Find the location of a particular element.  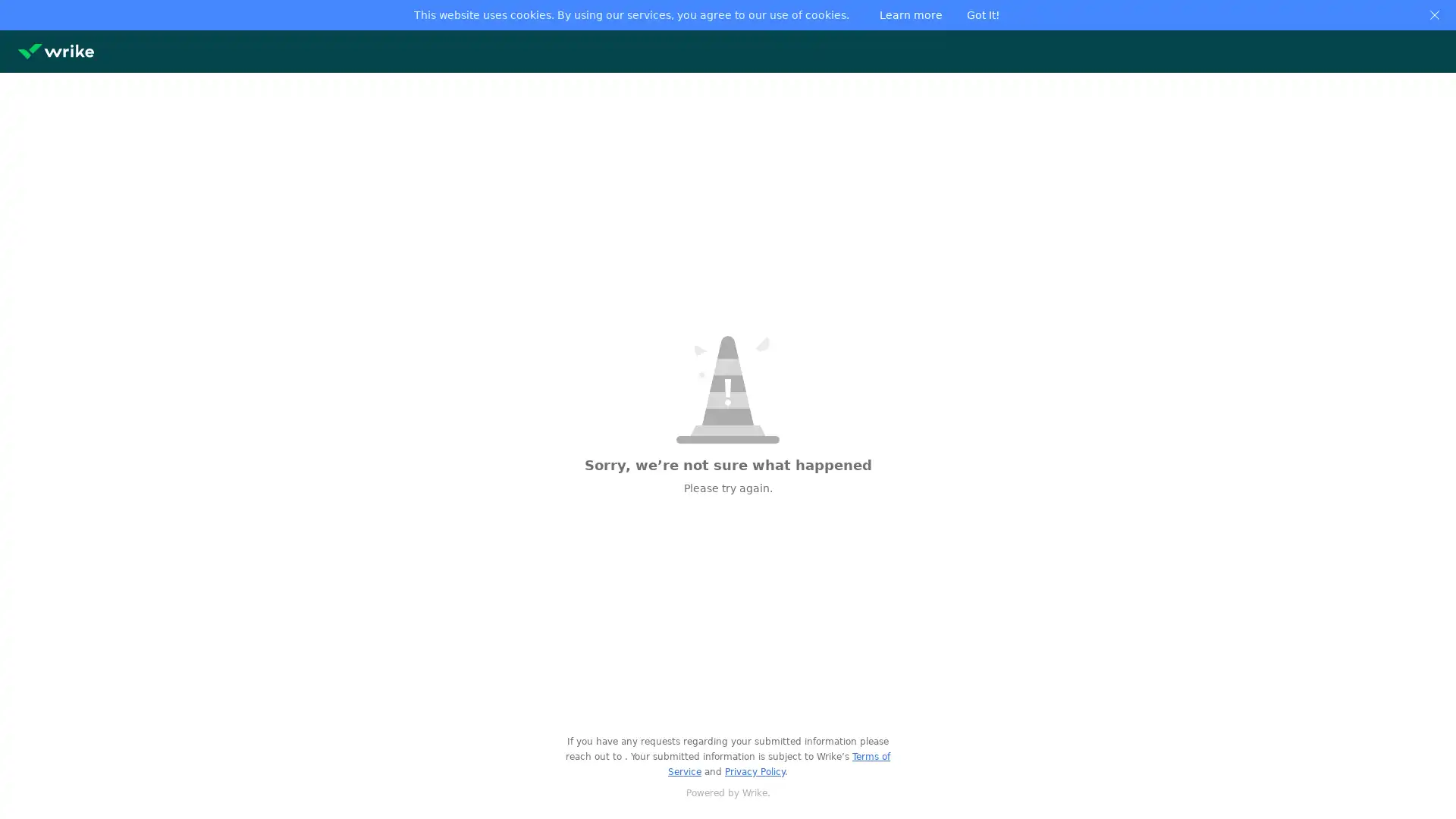

Got It! is located at coordinates (983, 14).